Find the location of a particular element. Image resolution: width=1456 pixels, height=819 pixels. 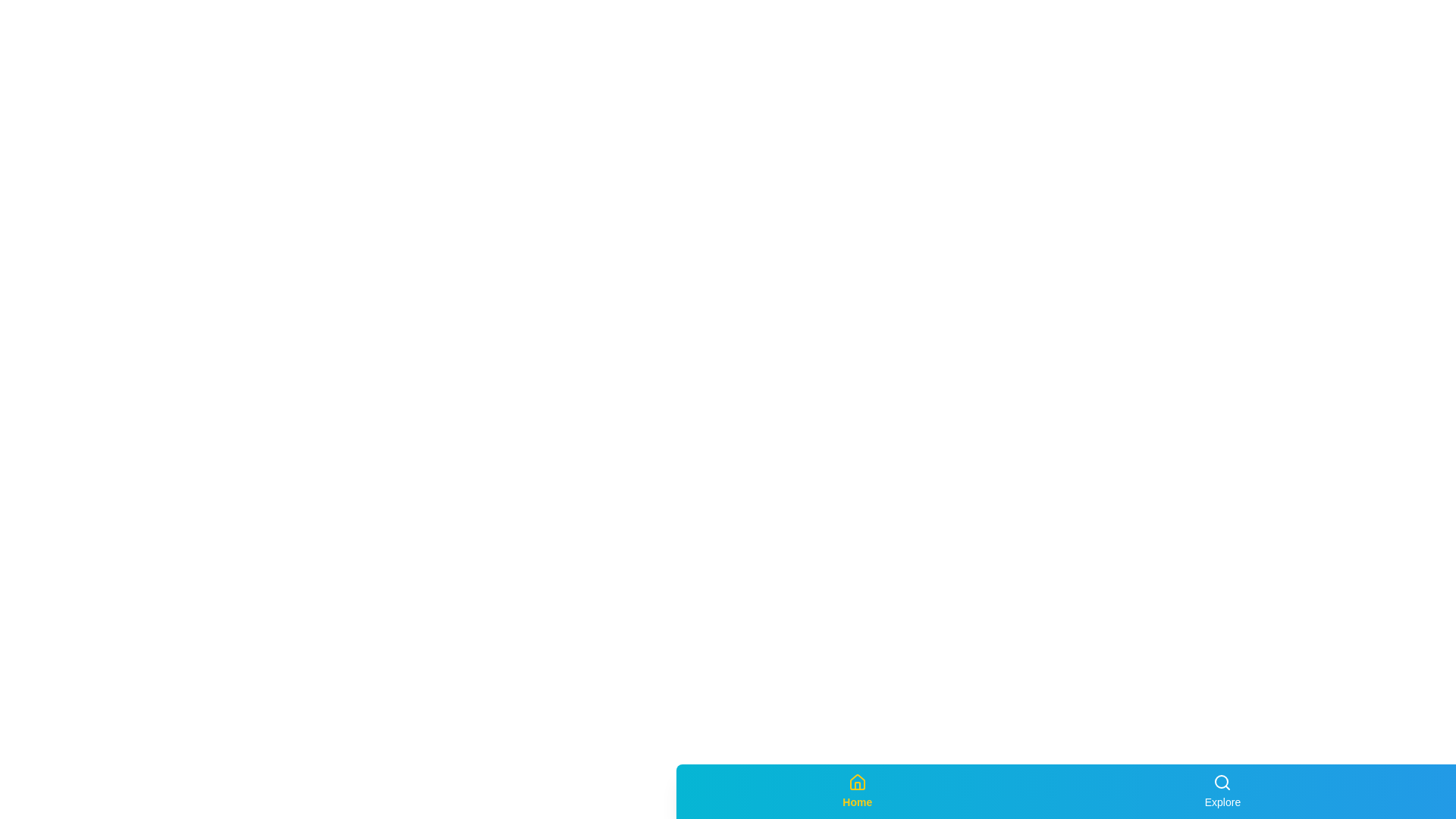

the Home tab in the bottom navigation bar is located at coordinates (857, 791).